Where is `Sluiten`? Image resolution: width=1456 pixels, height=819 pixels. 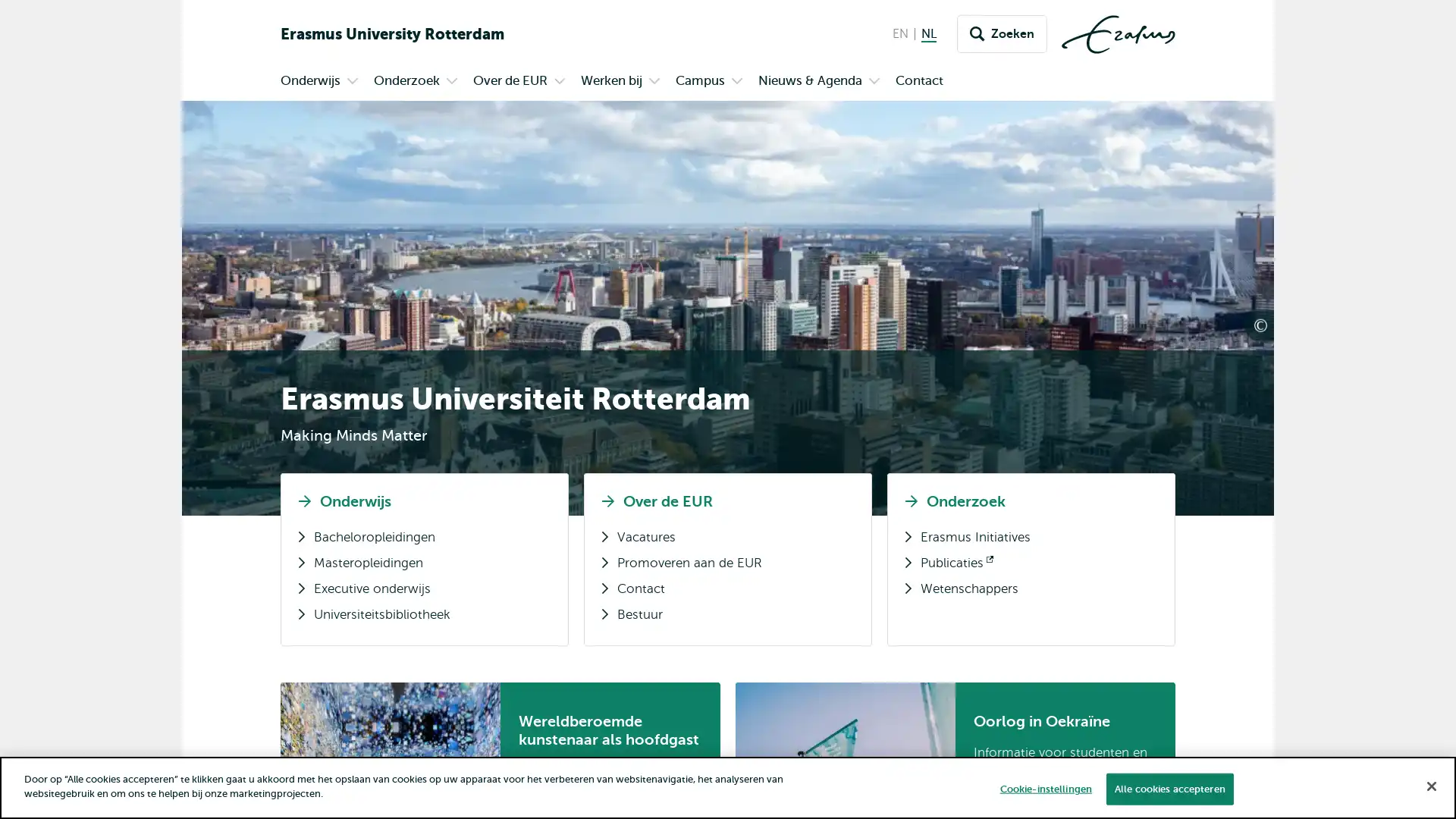 Sluiten is located at coordinates (1430, 785).